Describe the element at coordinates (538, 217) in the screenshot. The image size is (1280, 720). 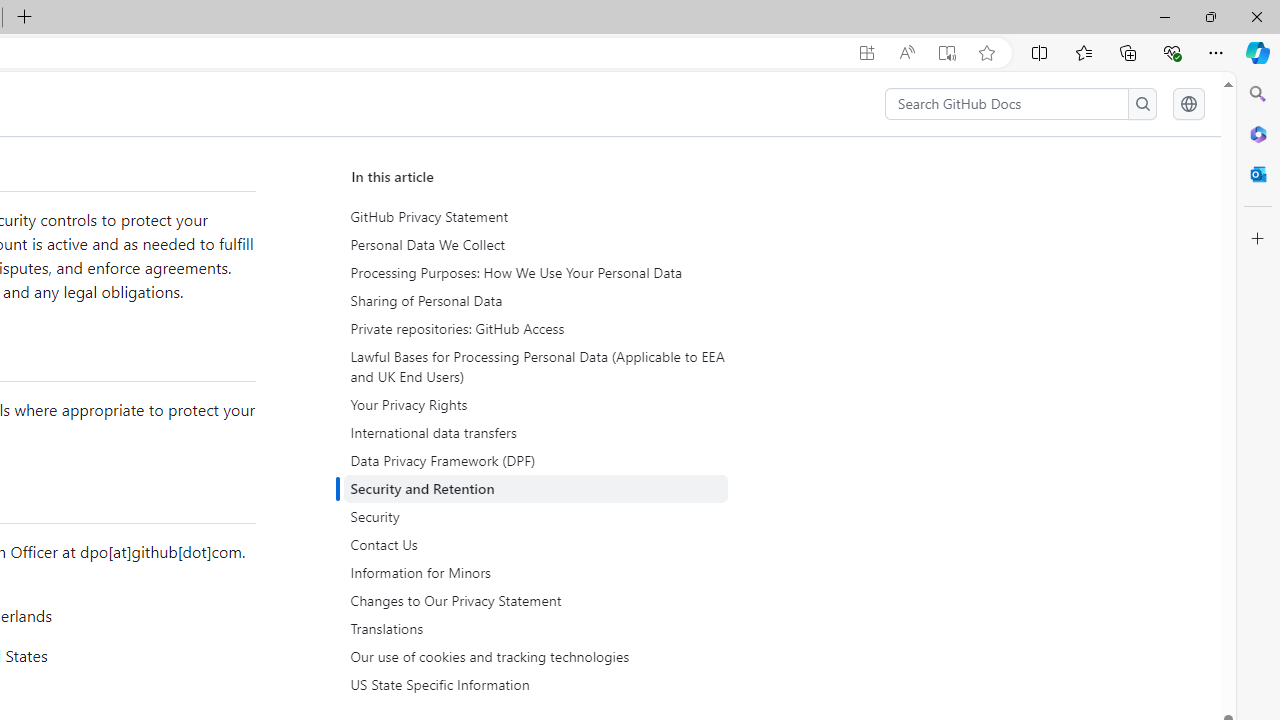
I see `'GitHub Privacy Statement'` at that location.